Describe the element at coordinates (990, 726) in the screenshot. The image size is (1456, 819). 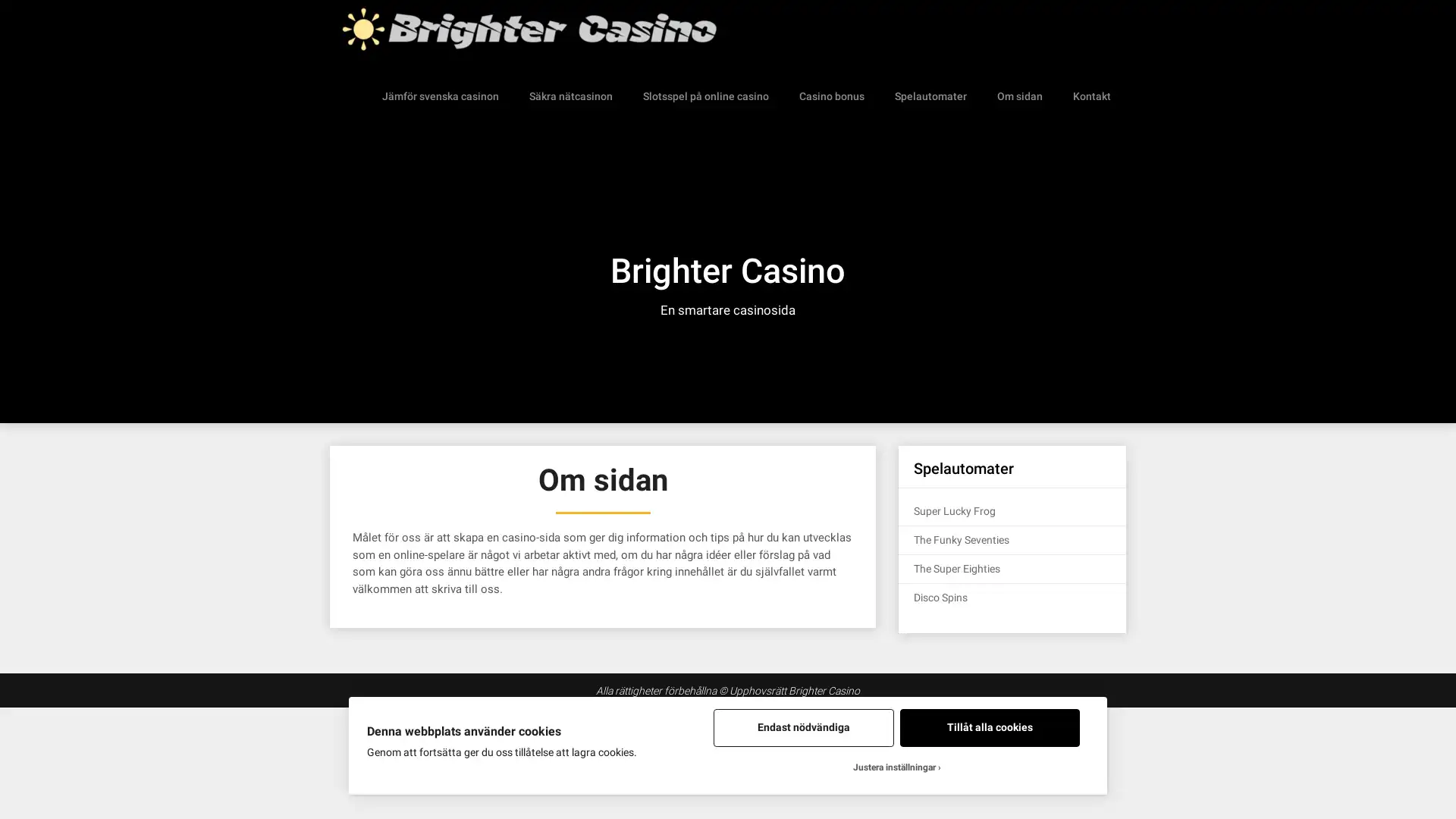
I see `Tillat alla cookies` at that location.